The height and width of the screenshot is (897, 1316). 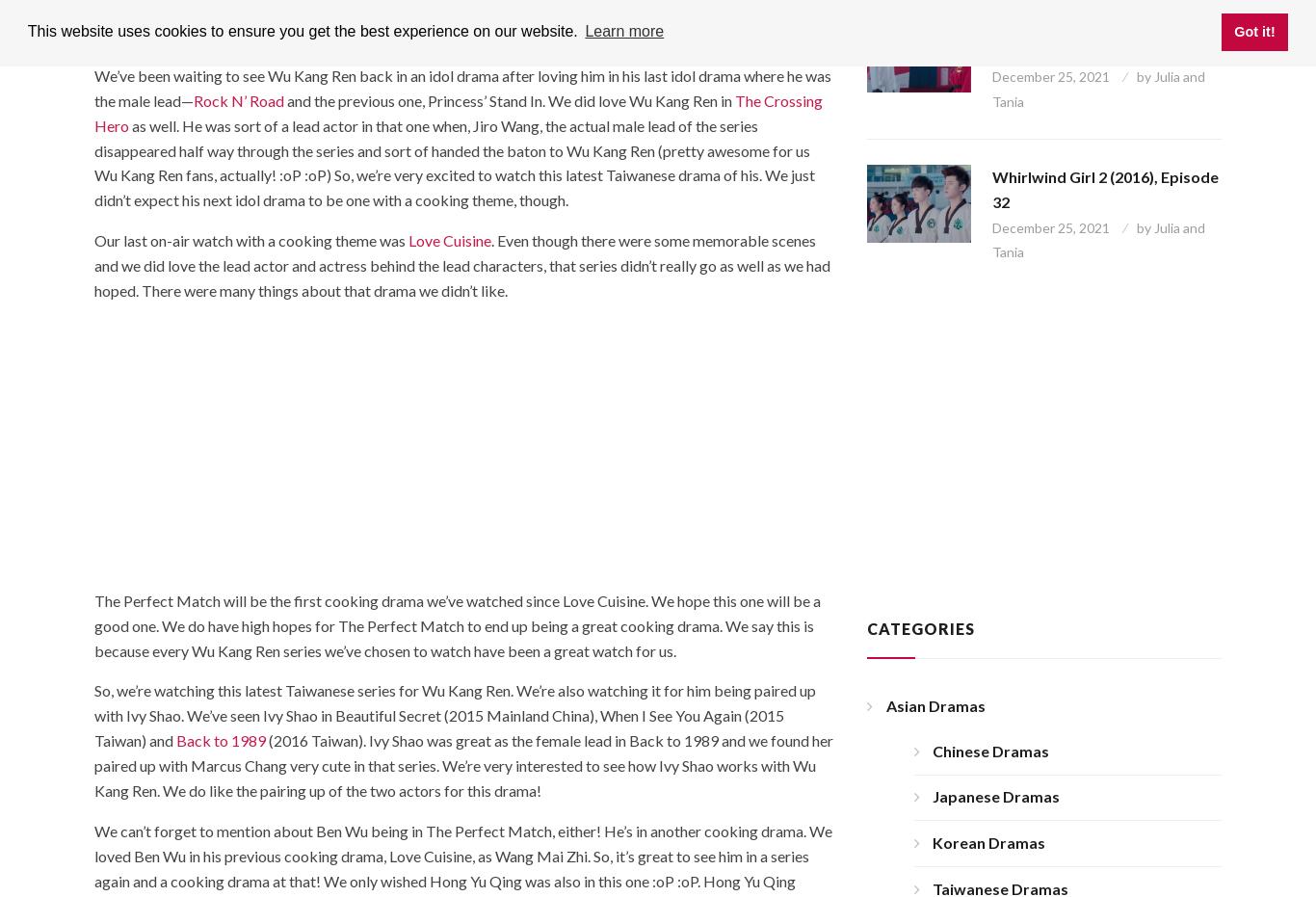 What do you see at coordinates (1252, 30) in the screenshot?
I see `'Got it!'` at bounding box center [1252, 30].